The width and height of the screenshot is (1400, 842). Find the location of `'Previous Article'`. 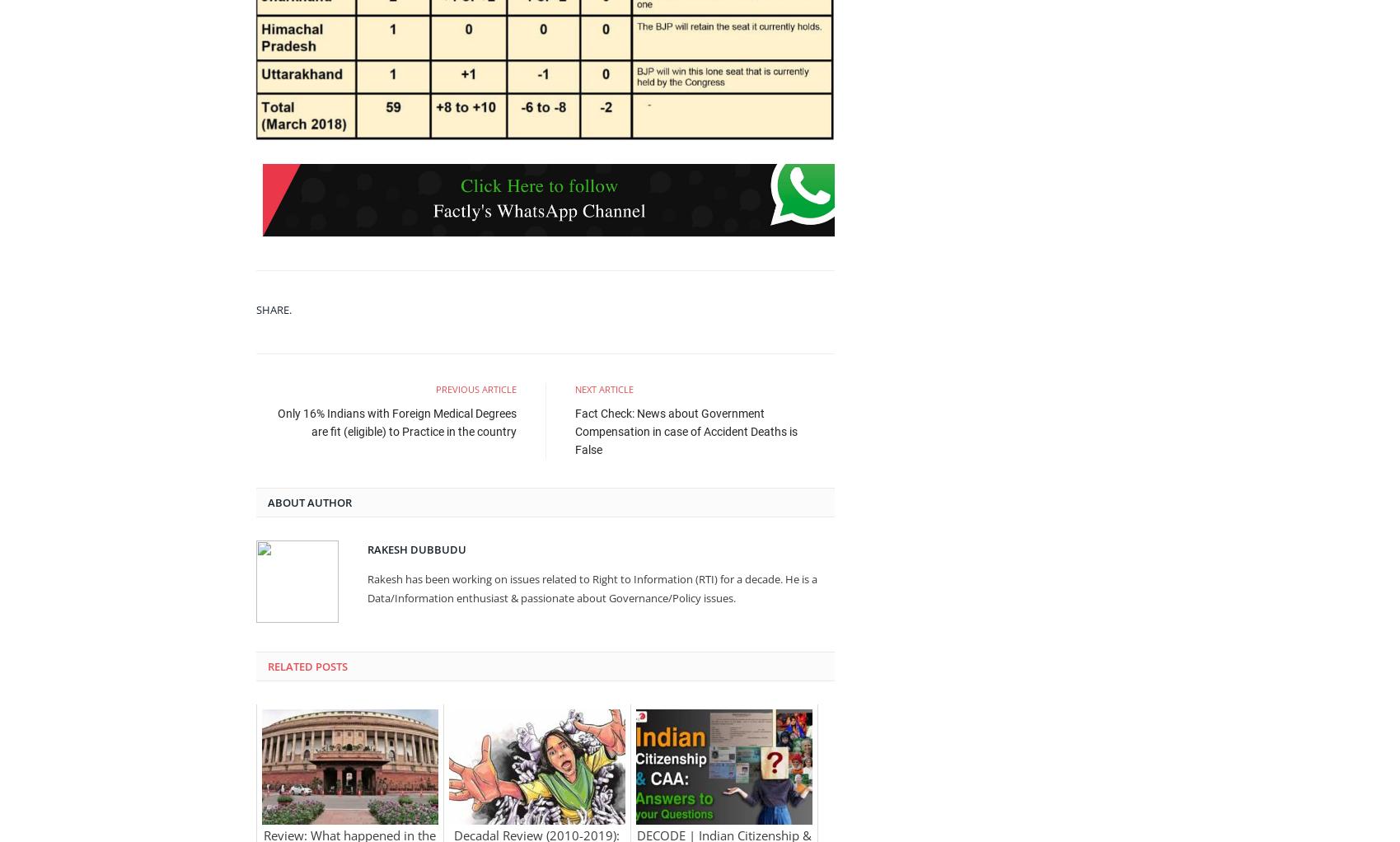

'Previous Article' is located at coordinates (475, 387).